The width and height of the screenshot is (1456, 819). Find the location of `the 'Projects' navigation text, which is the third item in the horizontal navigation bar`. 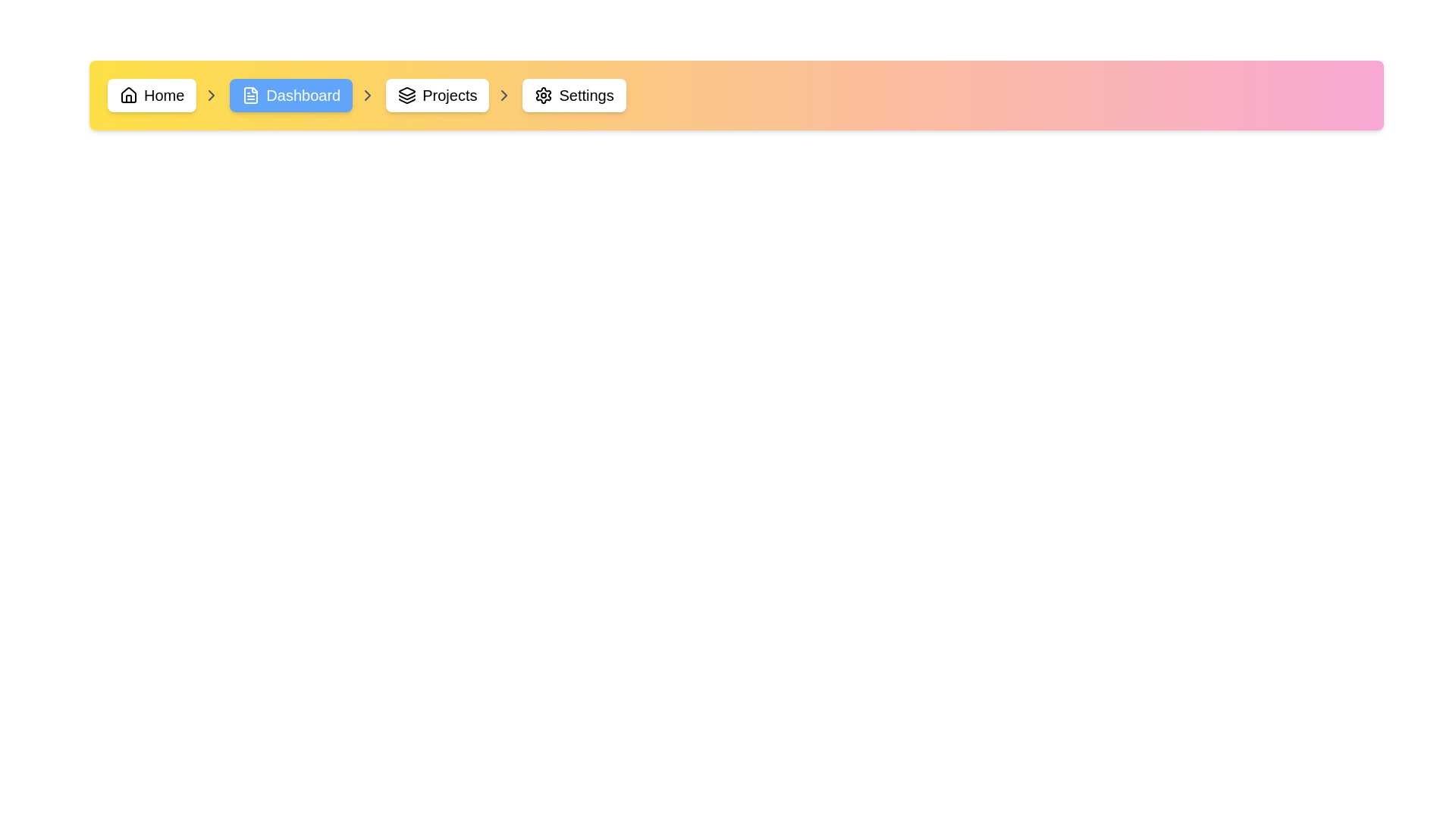

the 'Projects' navigation text, which is the third item in the horizontal navigation bar is located at coordinates (449, 96).